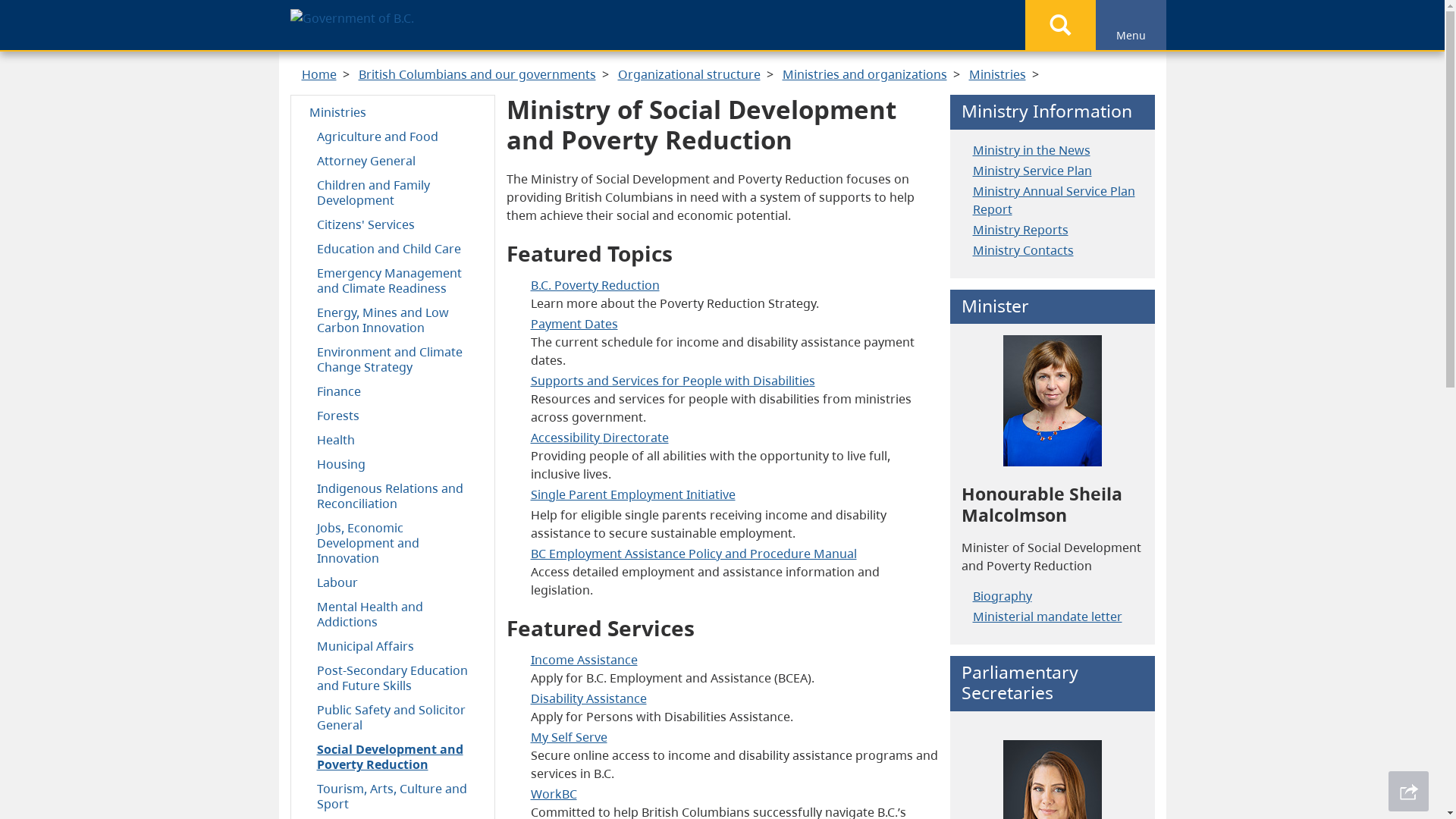  I want to click on 'Ministries and organizations', so click(783, 74).